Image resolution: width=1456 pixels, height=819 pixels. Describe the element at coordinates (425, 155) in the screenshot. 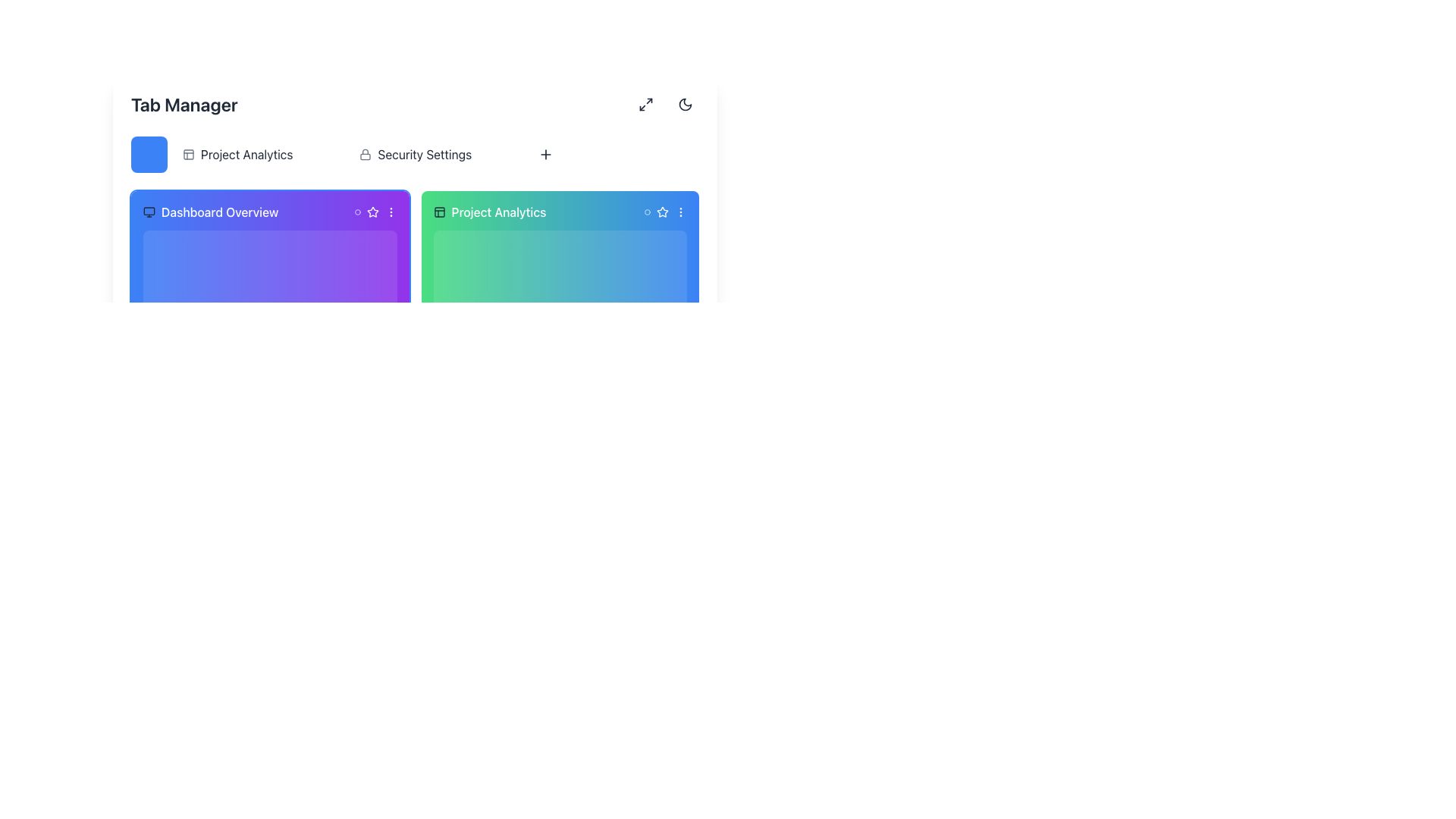

I see `the 'Security Settings' text label, which is styled in a standard sans-serif font and located in the top-right section of the interface` at that location.